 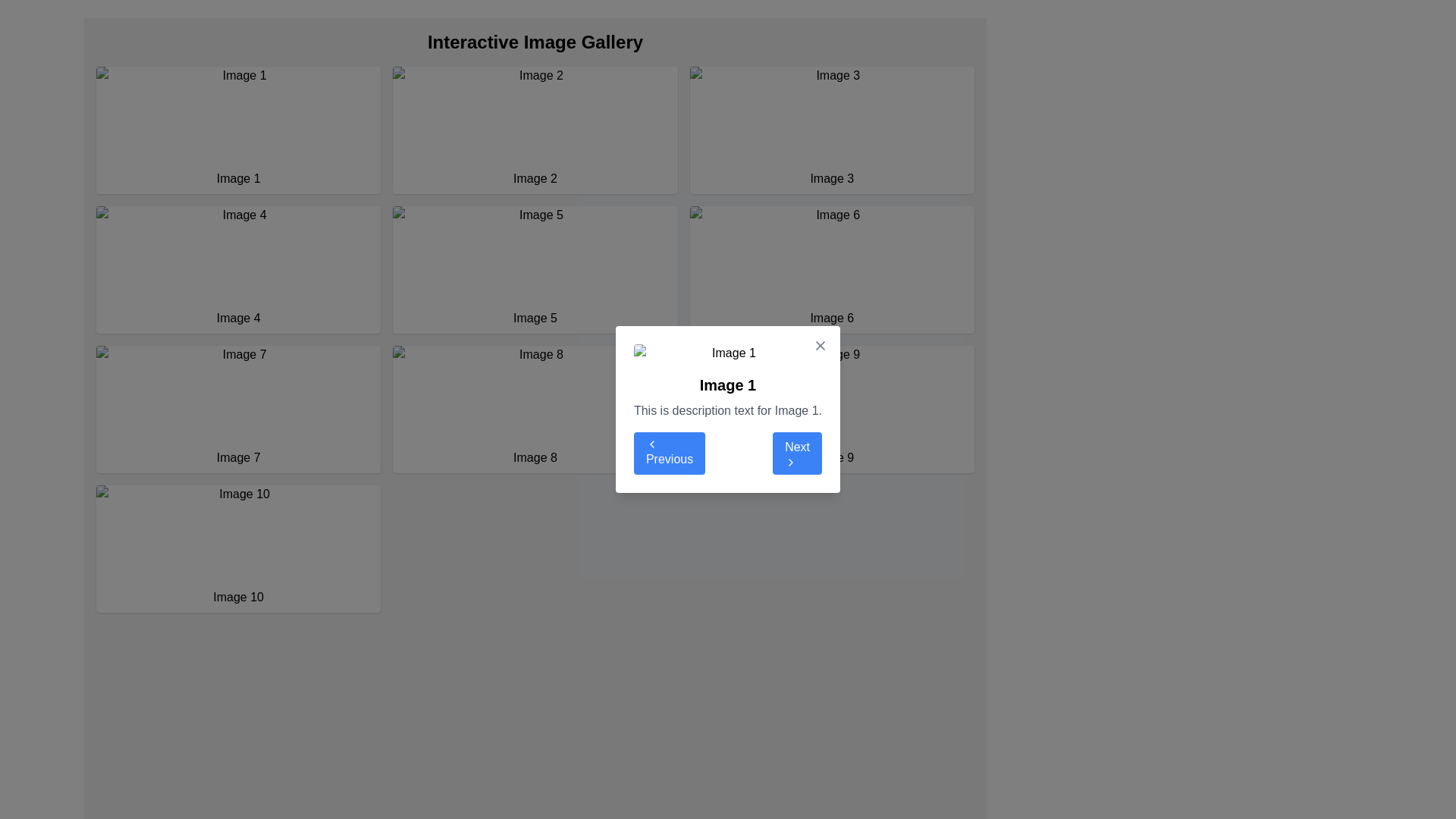 What do you see at coordinates (535, 318) in the screenshot?
I see `the Text Label below 'Image 5' in the second row and first column of the gallery grid` at bounding box center [535, 318].